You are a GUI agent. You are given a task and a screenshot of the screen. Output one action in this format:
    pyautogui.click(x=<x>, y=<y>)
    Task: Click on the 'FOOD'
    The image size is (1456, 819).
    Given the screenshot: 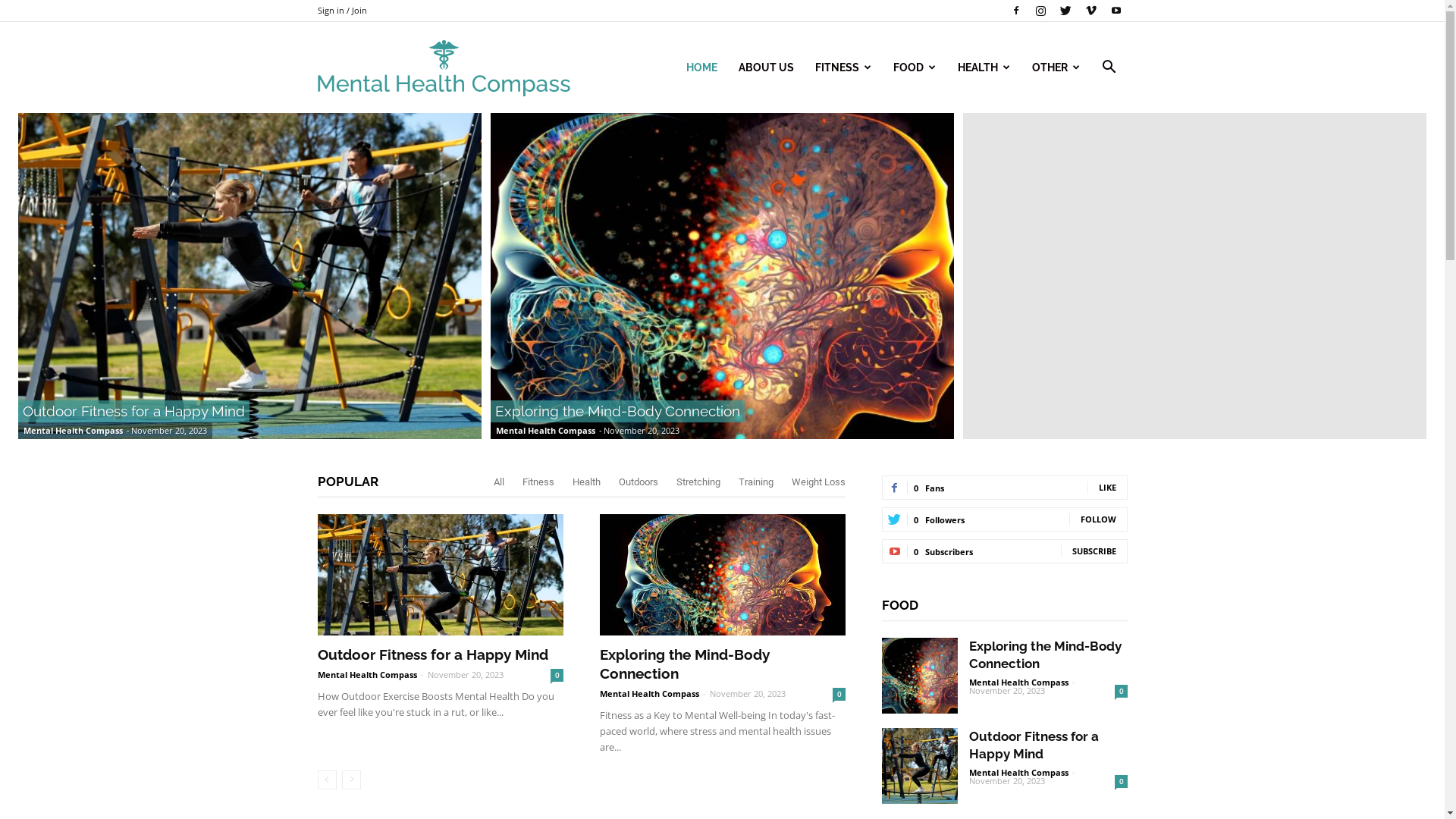 What is the action you would take?
    pyautogui.click(x=914, y=66)
    